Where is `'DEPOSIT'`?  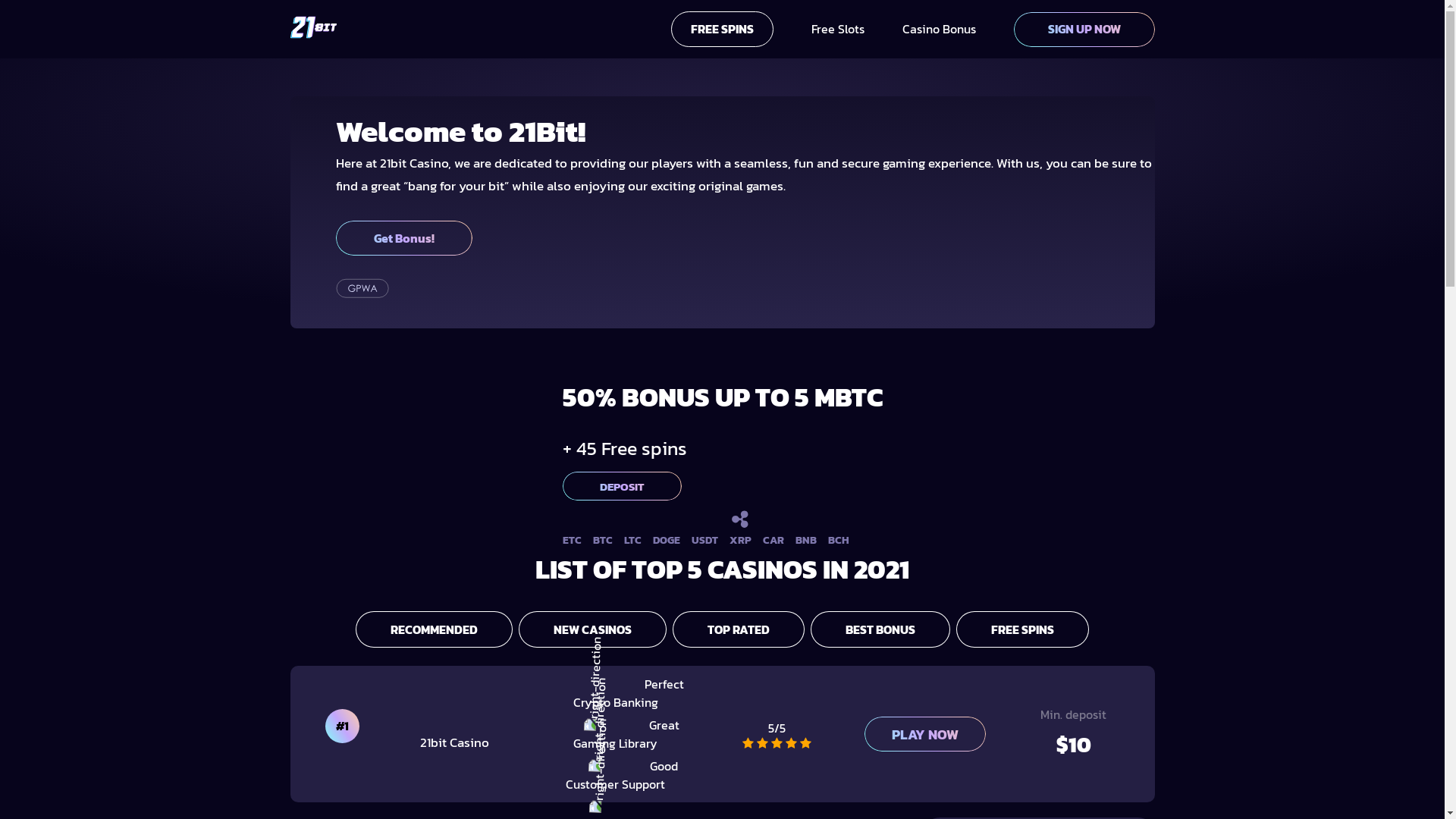
'DEPOSIT' is located at coordinates (562, 485).